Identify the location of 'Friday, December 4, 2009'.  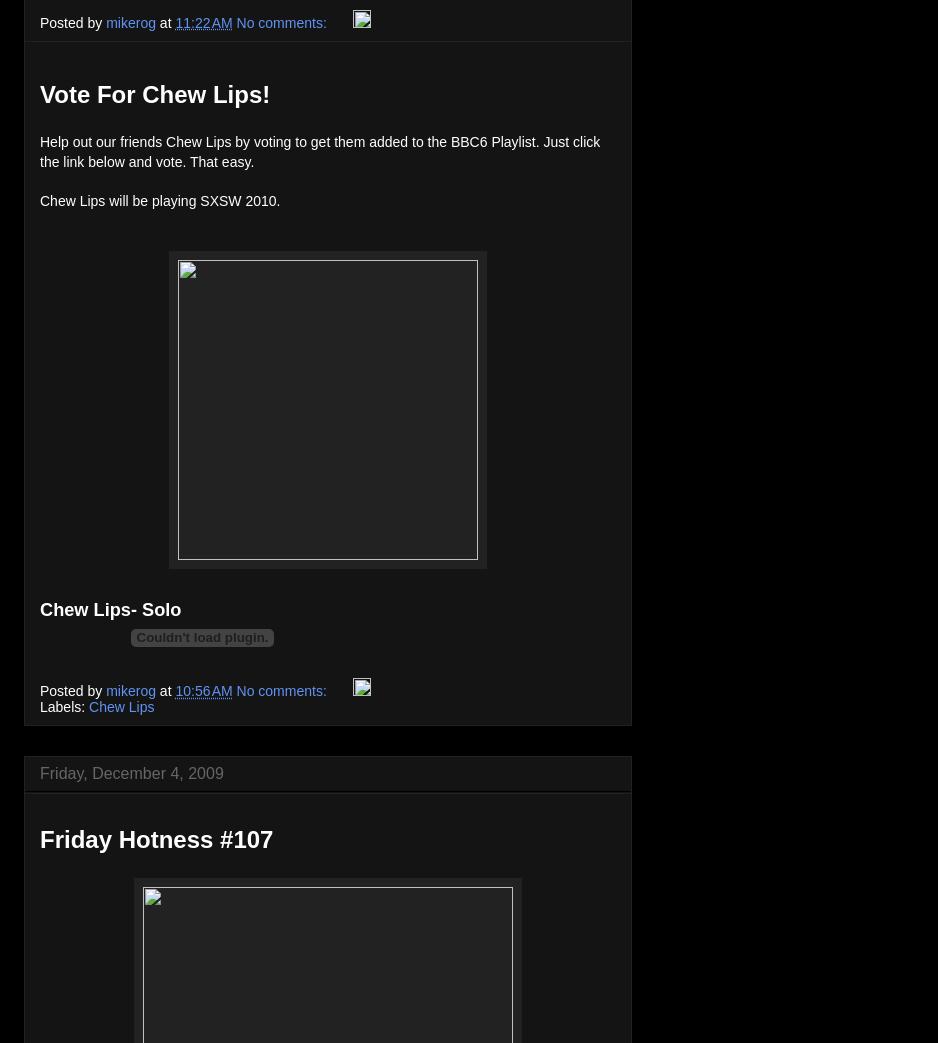
(38, 772).